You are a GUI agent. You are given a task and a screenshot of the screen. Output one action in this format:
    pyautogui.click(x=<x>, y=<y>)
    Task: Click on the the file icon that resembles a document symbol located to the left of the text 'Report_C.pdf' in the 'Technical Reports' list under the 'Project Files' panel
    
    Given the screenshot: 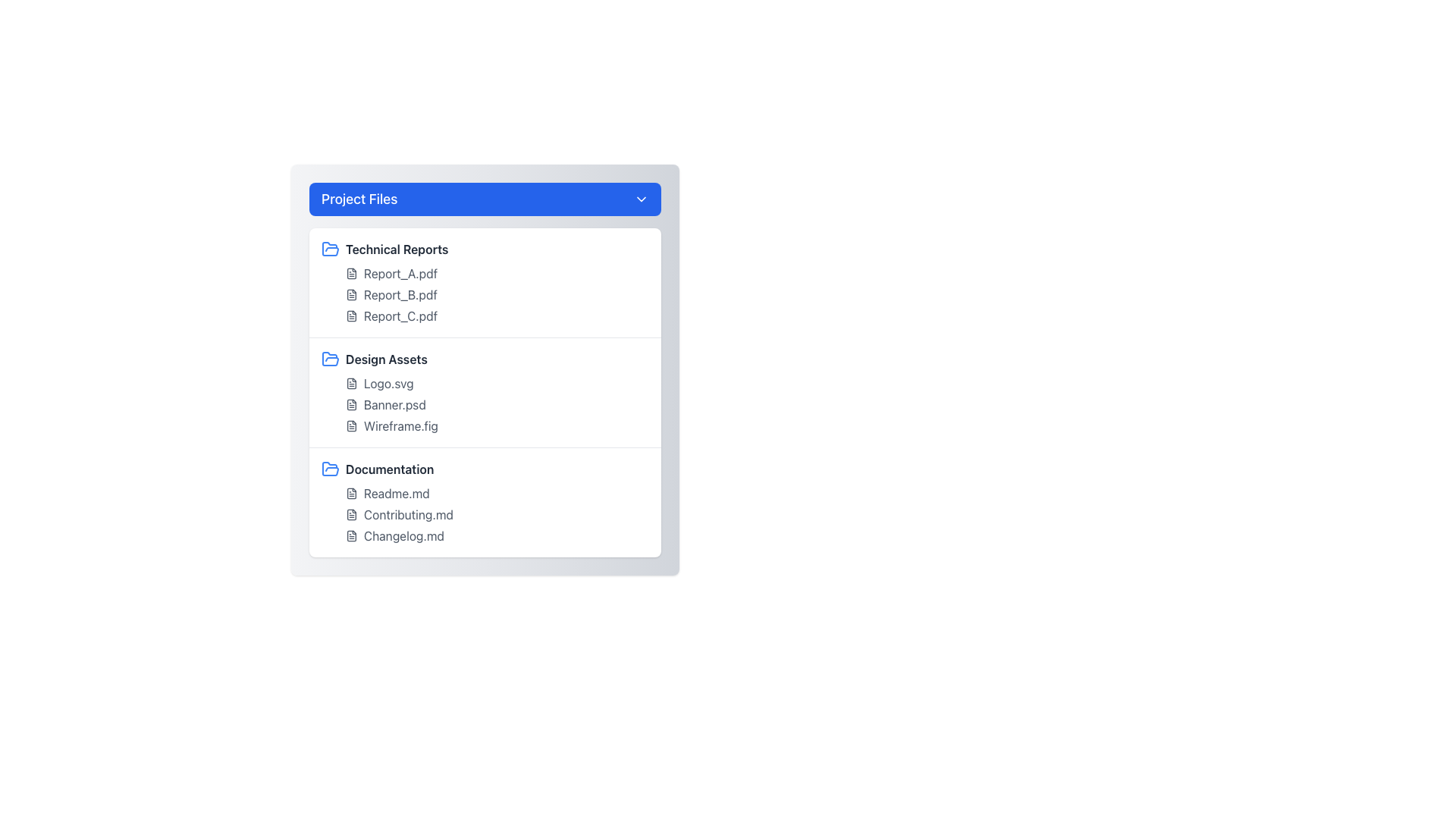 What is the action you would take?
    pyautogui.click(x=351, y=315)
    